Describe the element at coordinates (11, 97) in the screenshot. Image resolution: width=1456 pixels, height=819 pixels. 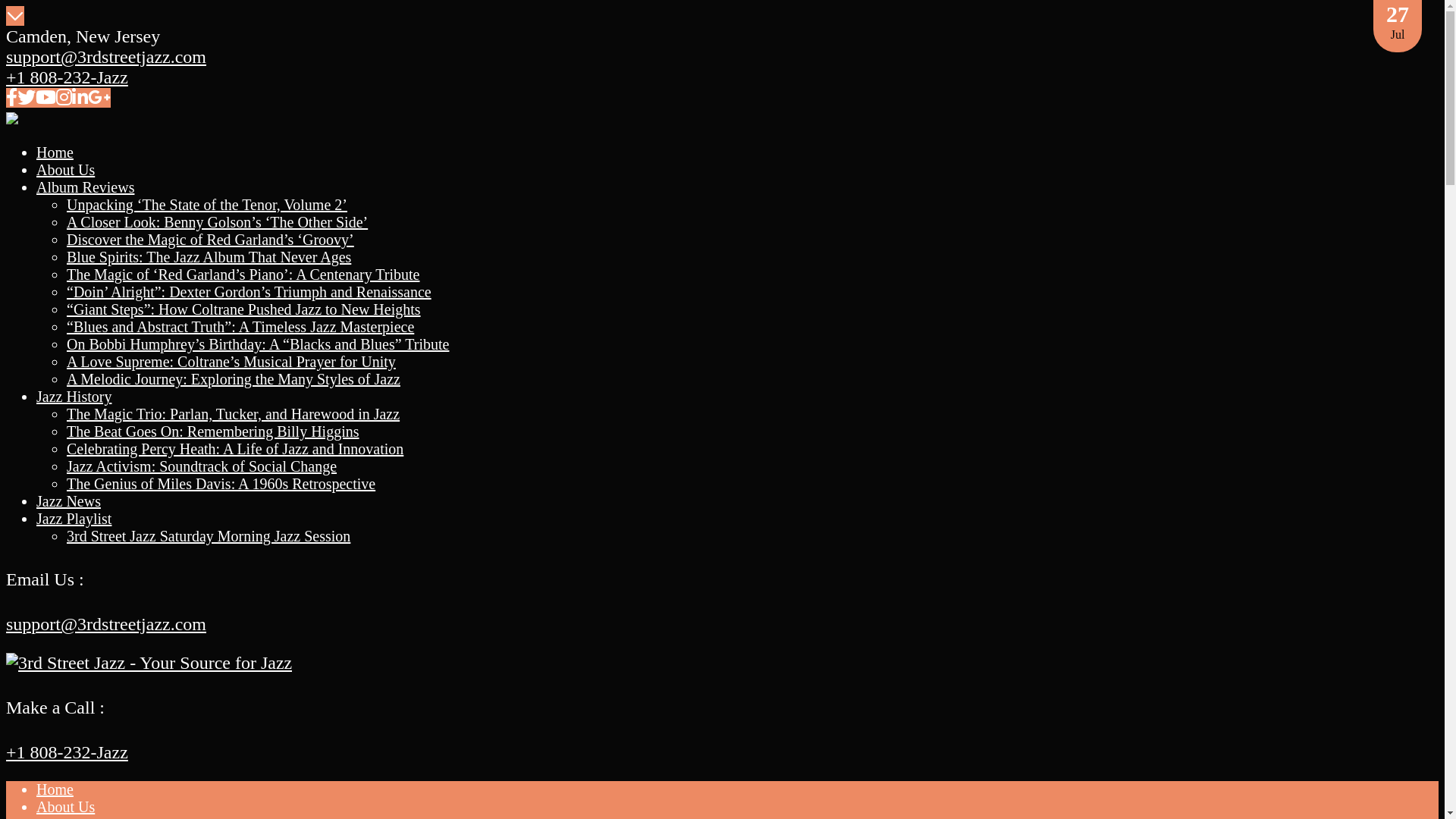
I see `'facebook-f'` at that location.